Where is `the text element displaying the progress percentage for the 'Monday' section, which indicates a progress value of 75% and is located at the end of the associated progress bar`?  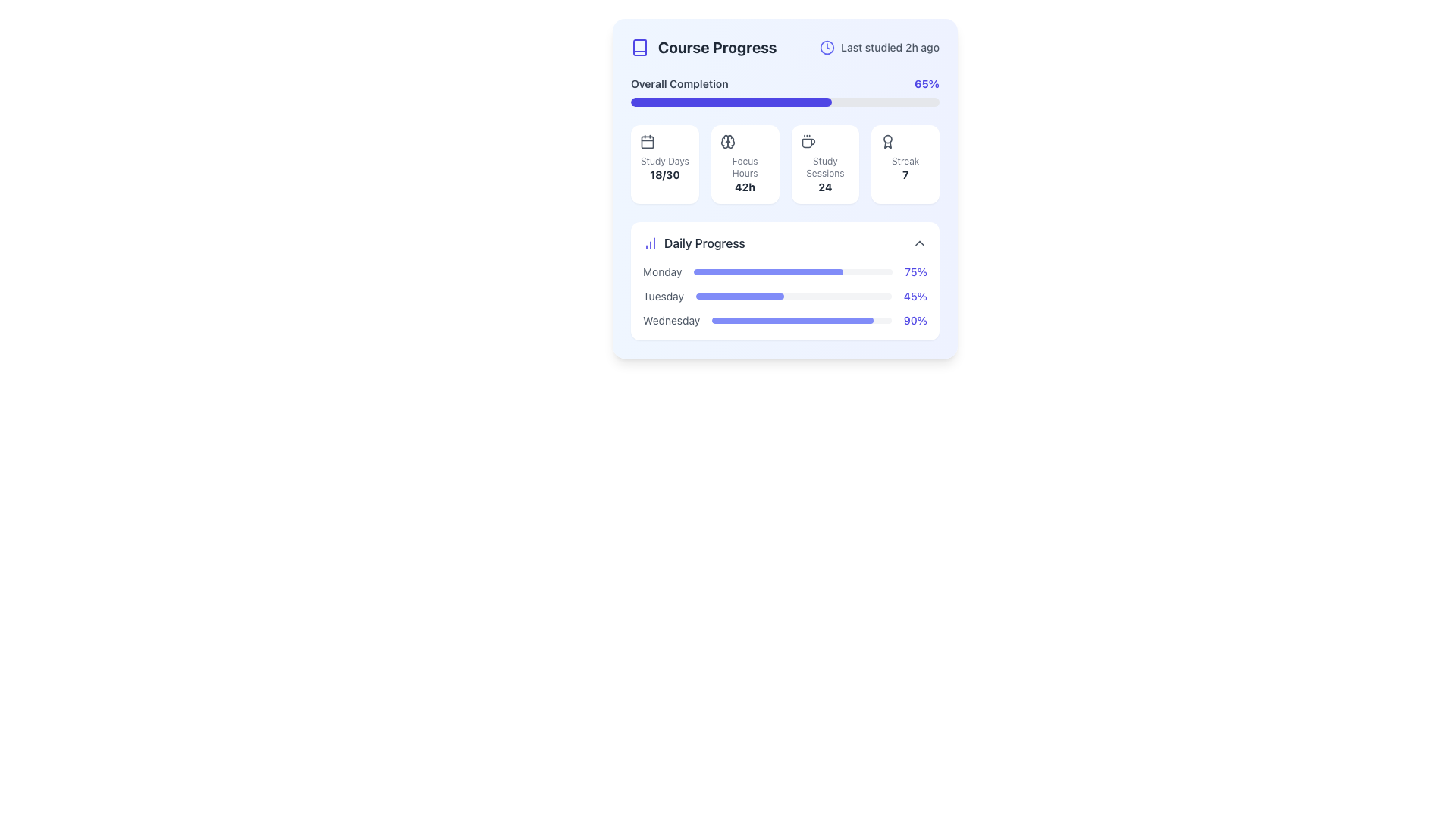
the text element displaying the progress percentage for the 'Monday' section, which indicates a progress value of 75% and is located at the end of the associated progress bar is located at coordinates (915, 271).